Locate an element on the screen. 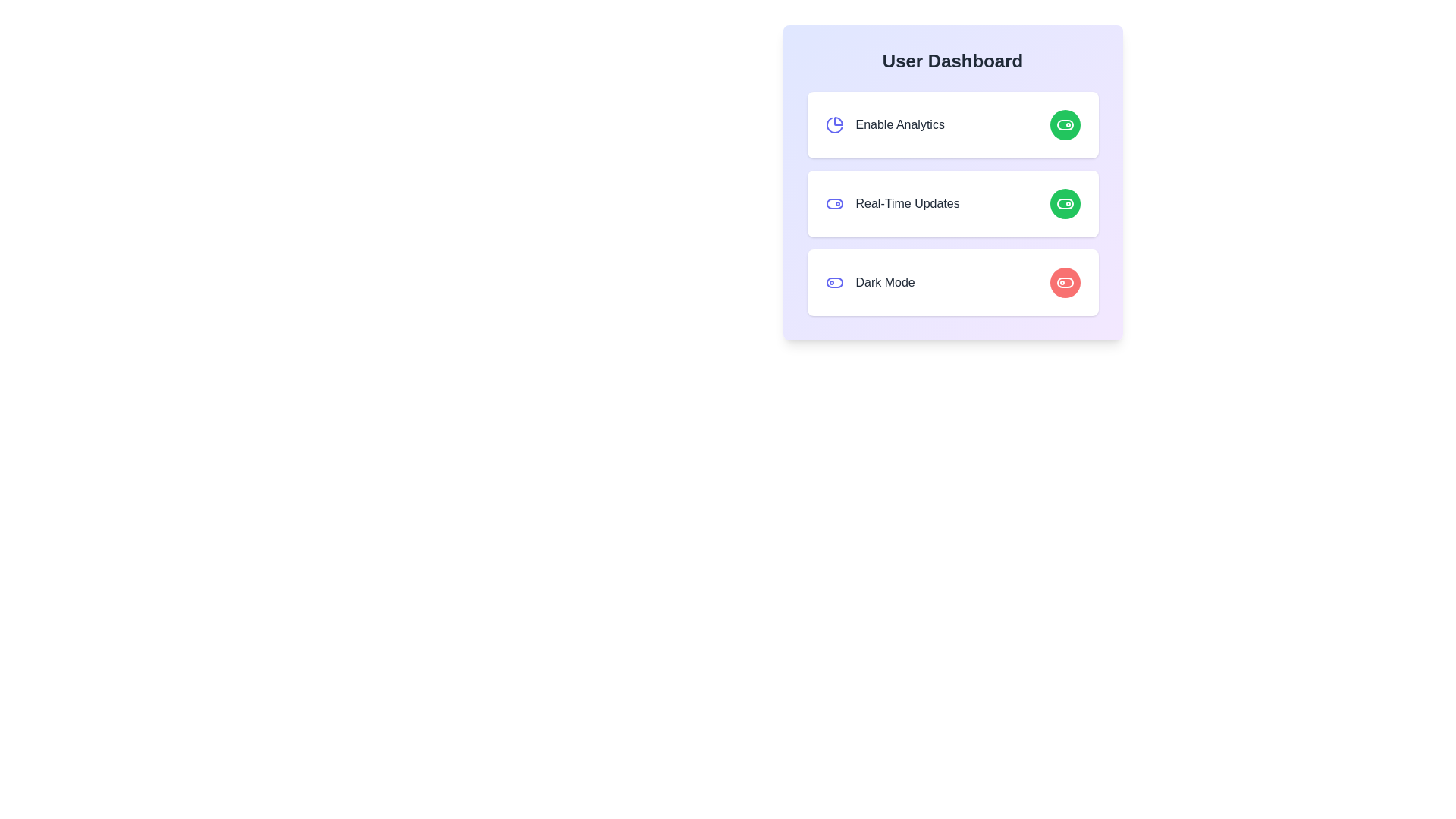 Image resolution: width=1456 pixels, height=819 pixels. the toggle switch for the 'Real-Time Updates' feature, located next to the 'Real-Time Updates' text in the user dashboard is located at coordinates (1064, 203).